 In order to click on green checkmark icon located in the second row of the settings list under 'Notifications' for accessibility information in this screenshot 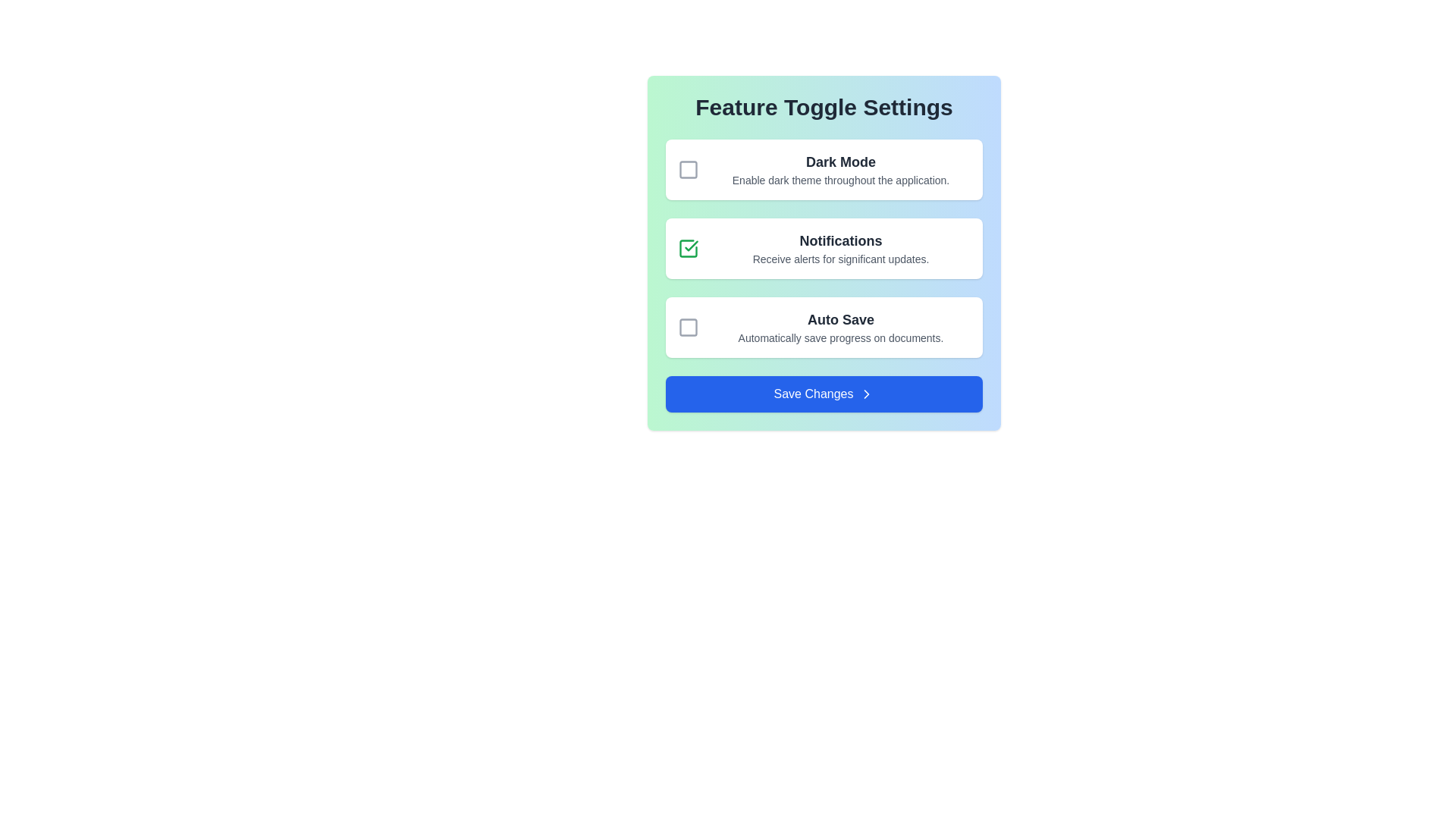, I will do `click(691, 245)`.